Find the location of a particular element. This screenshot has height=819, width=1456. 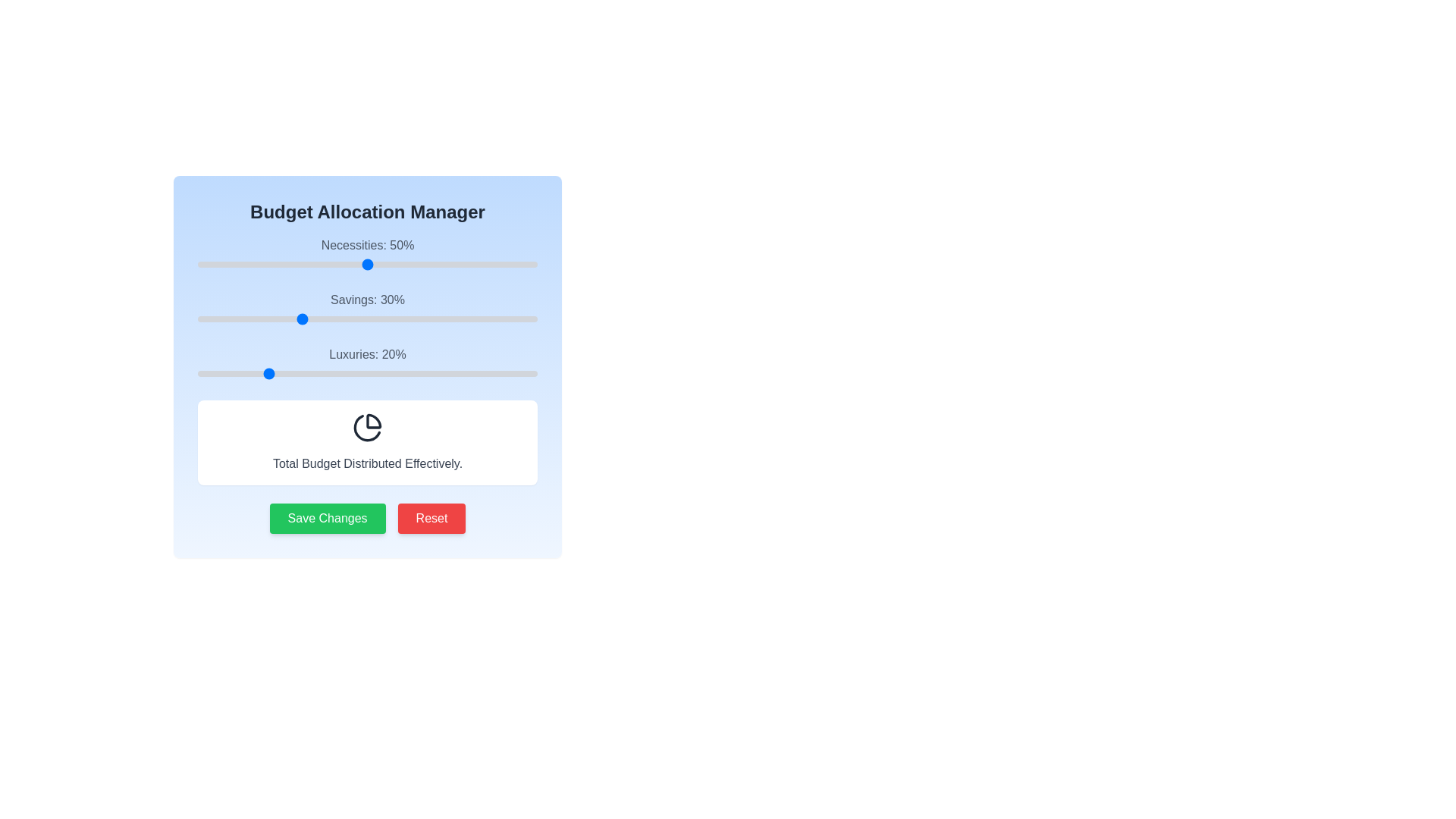

savings percentage is located at coordinates (227, 318).